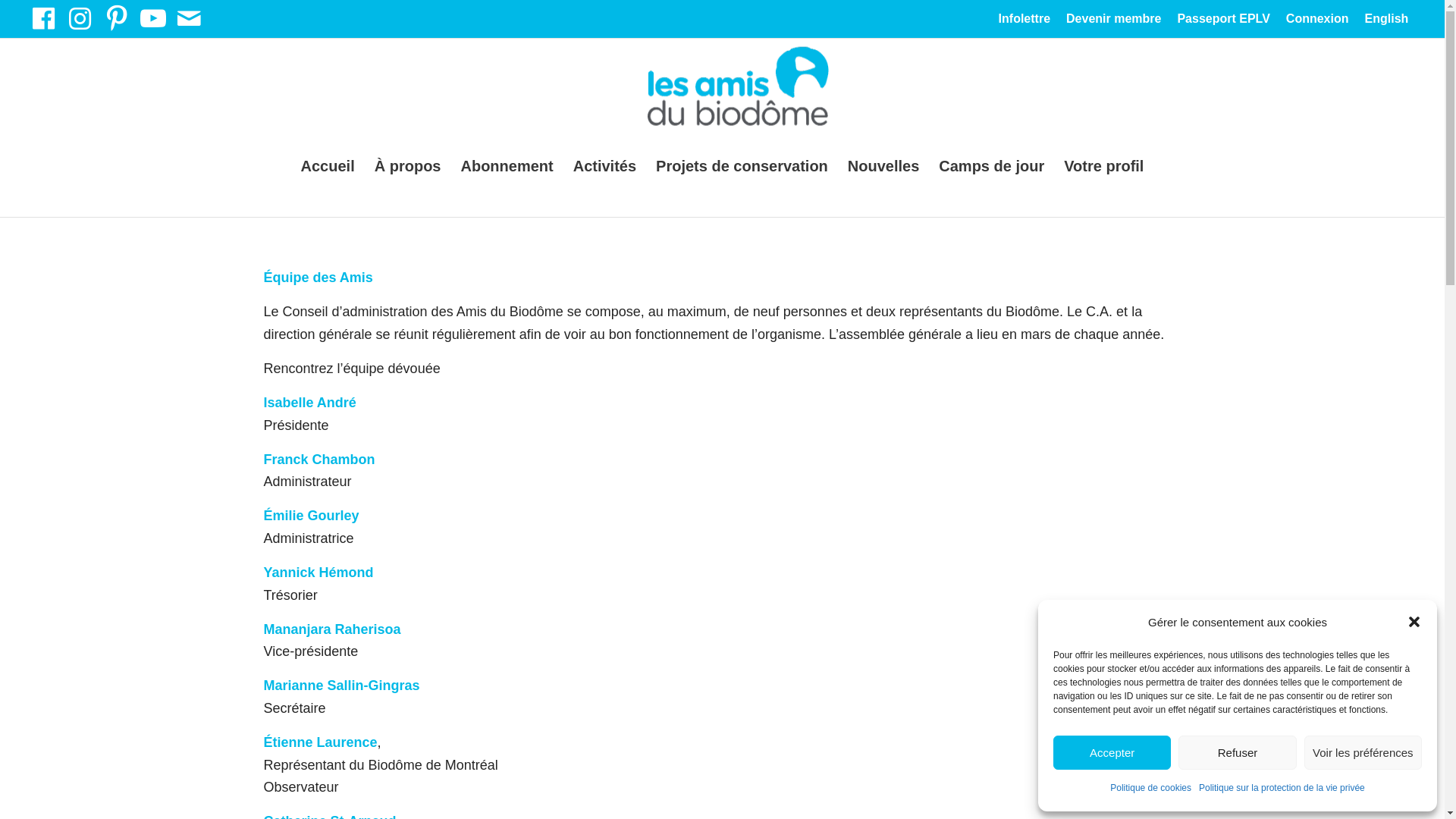 Image resolution: width=1456 pixels, height=819 pixels. Describe the element at coordinates (506, 166) in the screenshot. I see `'Abonnement'` at that location.